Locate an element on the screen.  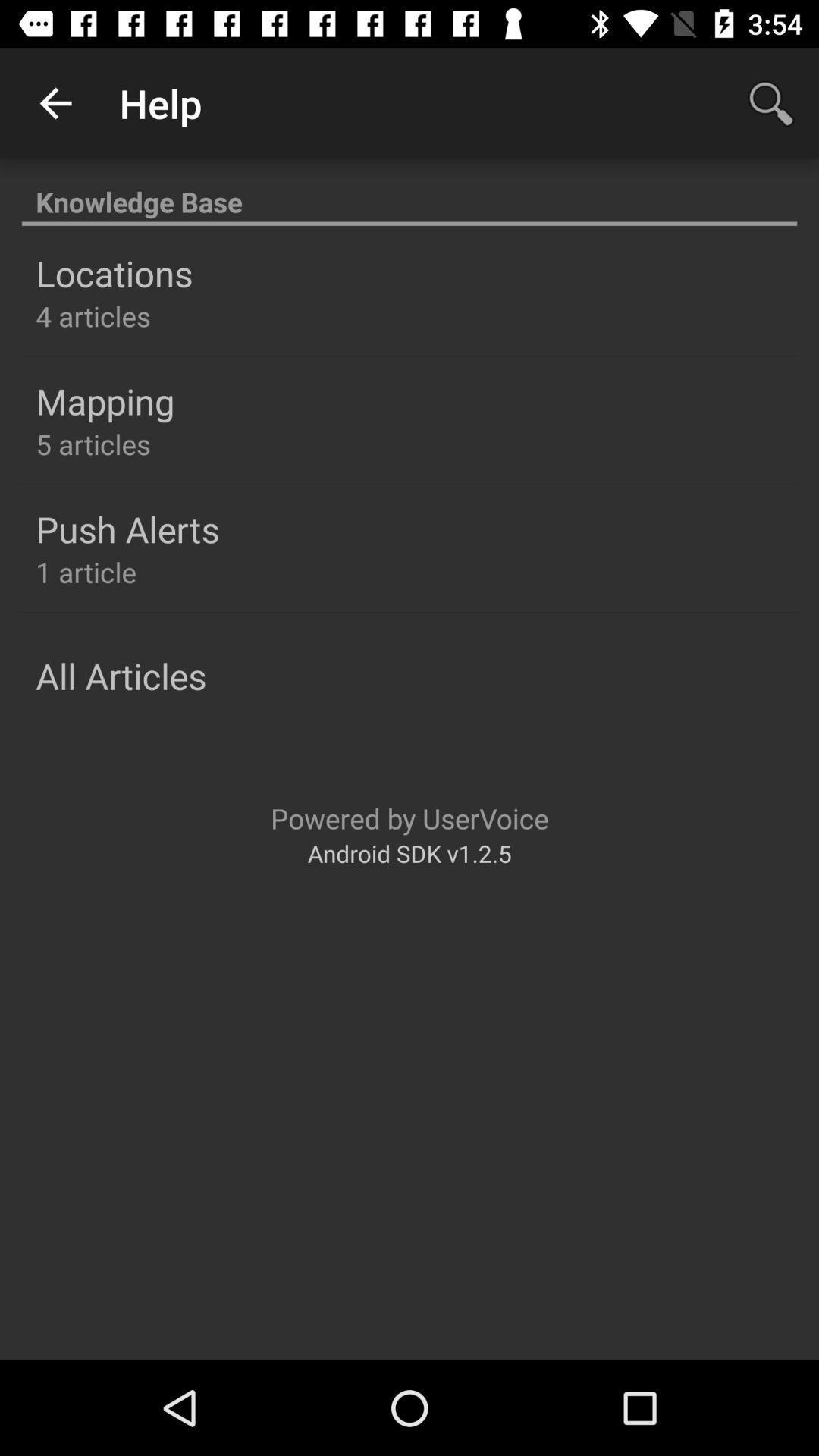
the powered by uservoice item is located at coordinates (409, 817).